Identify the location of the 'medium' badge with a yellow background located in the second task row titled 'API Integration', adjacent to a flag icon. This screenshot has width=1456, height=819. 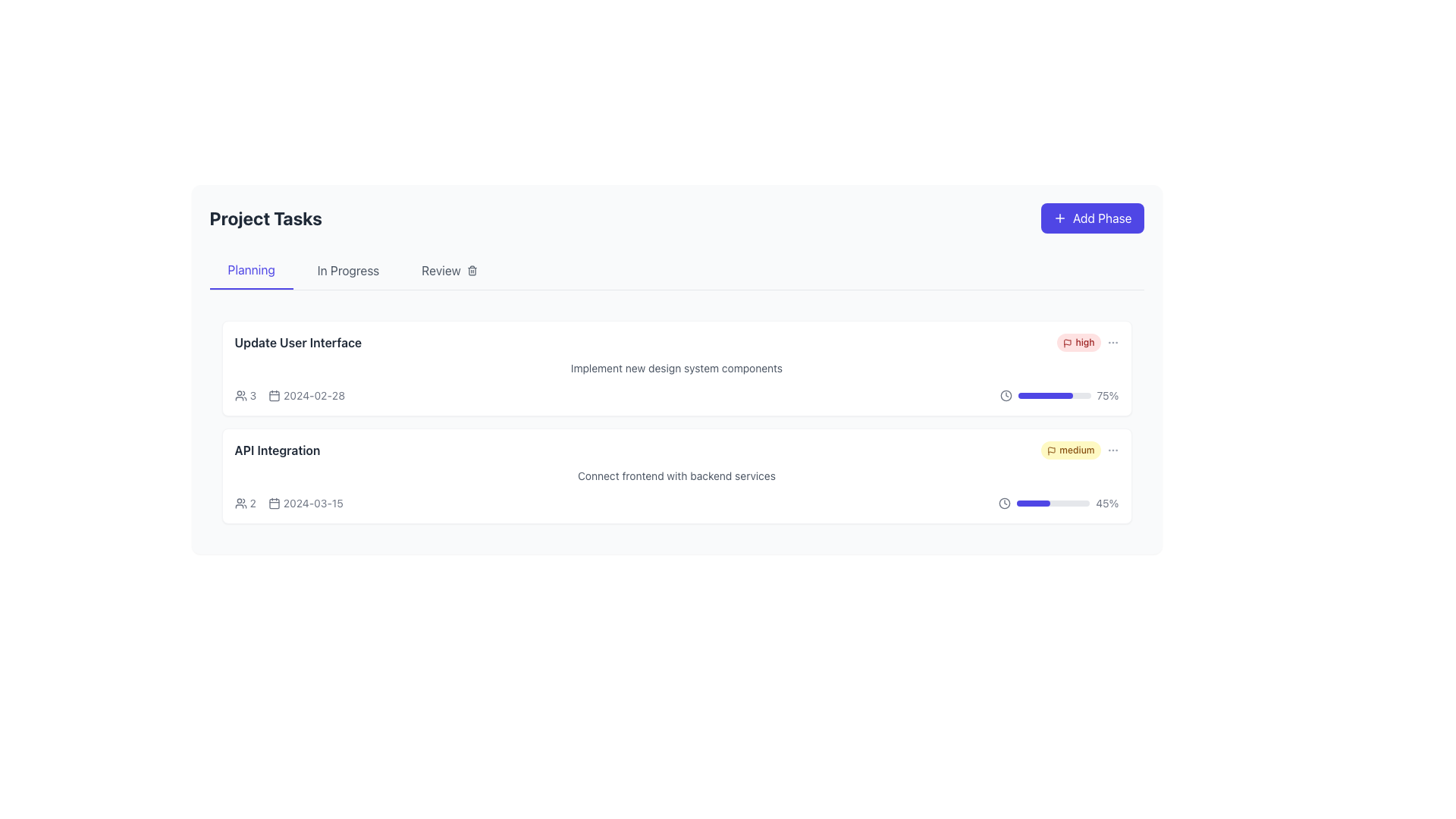
(1079, 450).